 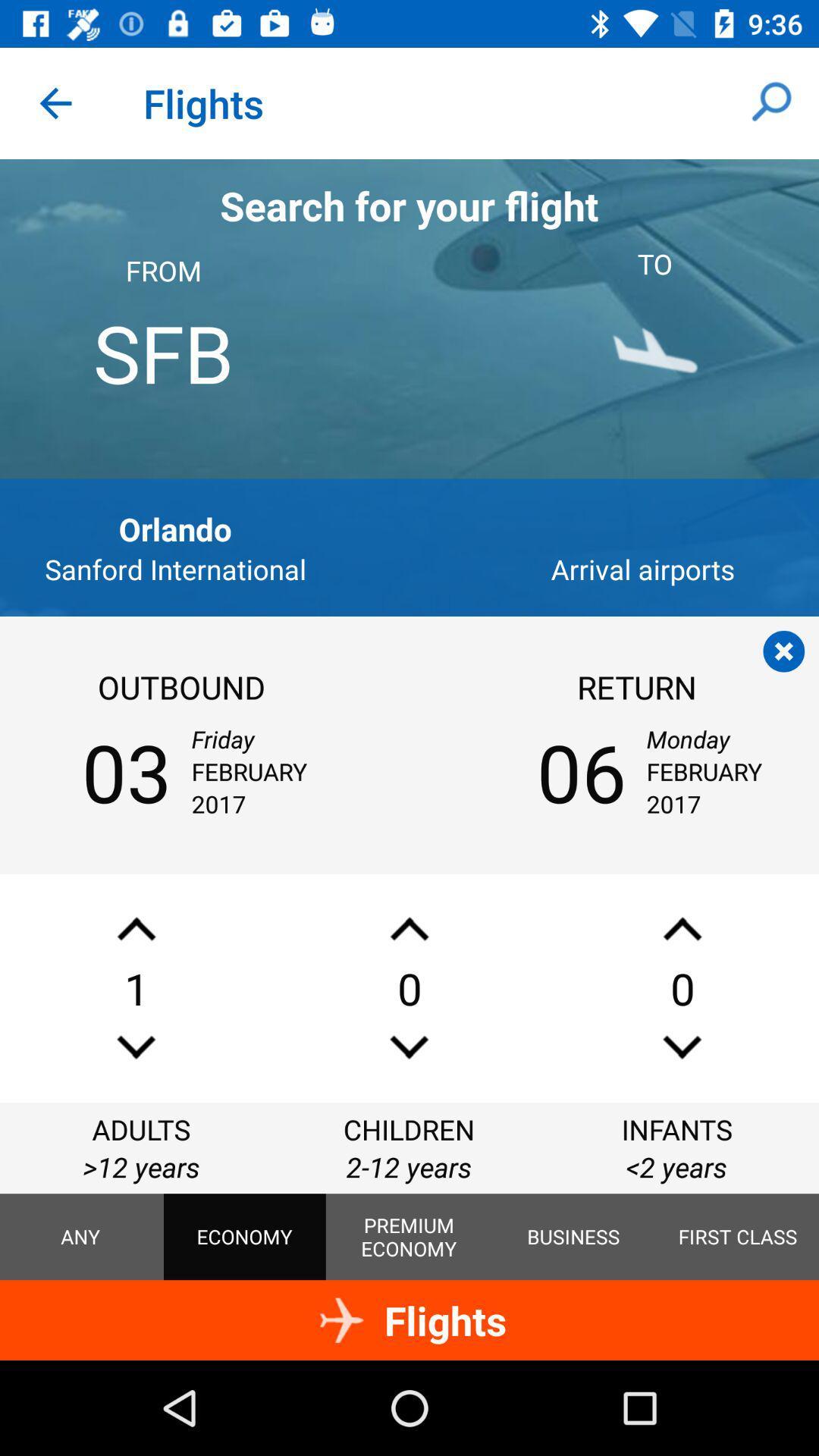 I want to click on the icon below >12 years icon, so click(x=80, y=1237).